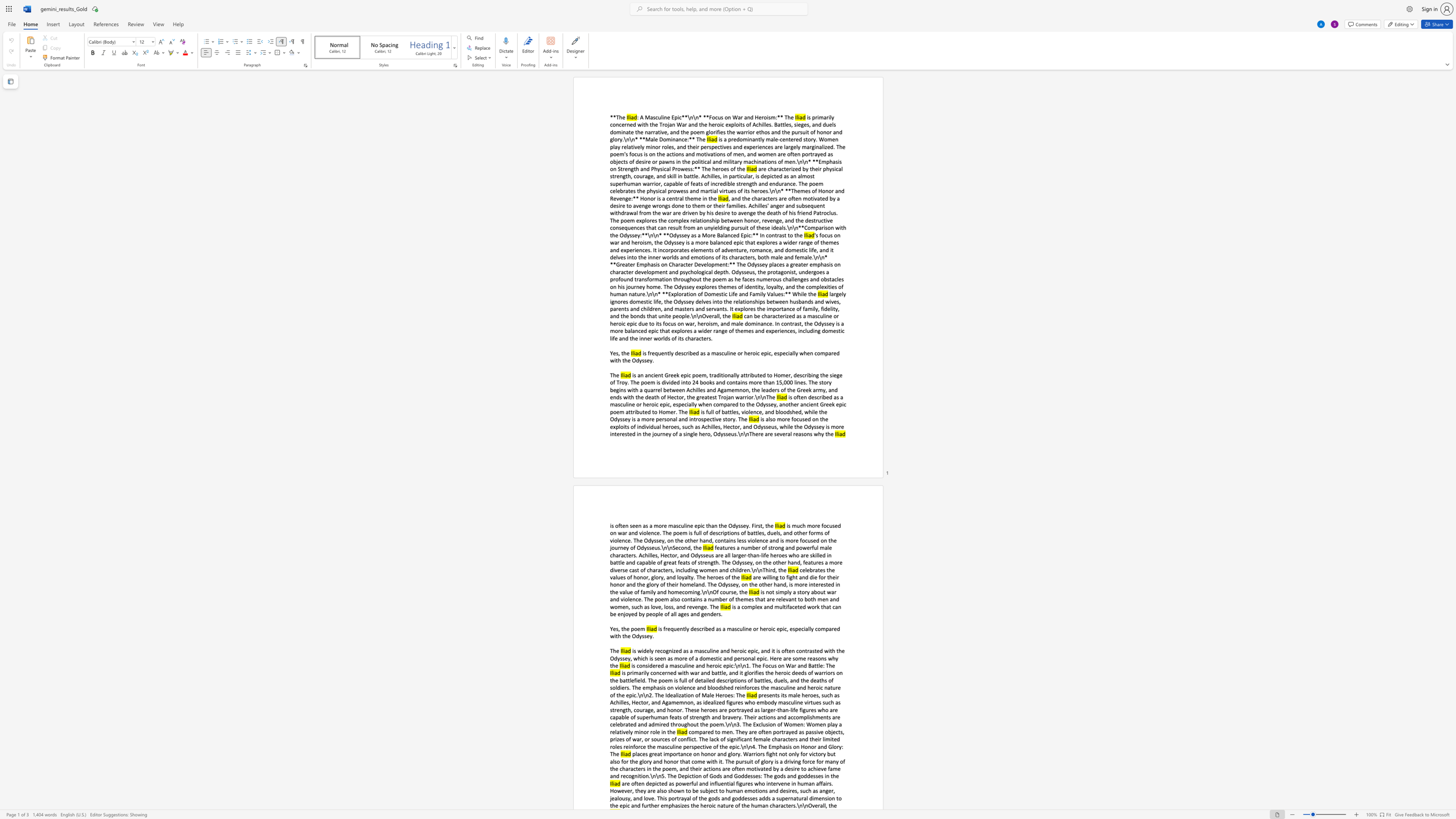  Describe the element at coordinates (741, 153) in the screenshot. I see `the subset text "n, and women a" within the text "is a predominantly male-centered story. Women play relatively minor roles, and their perspectives and experiences are largely marginalized. The poem"` at that location.